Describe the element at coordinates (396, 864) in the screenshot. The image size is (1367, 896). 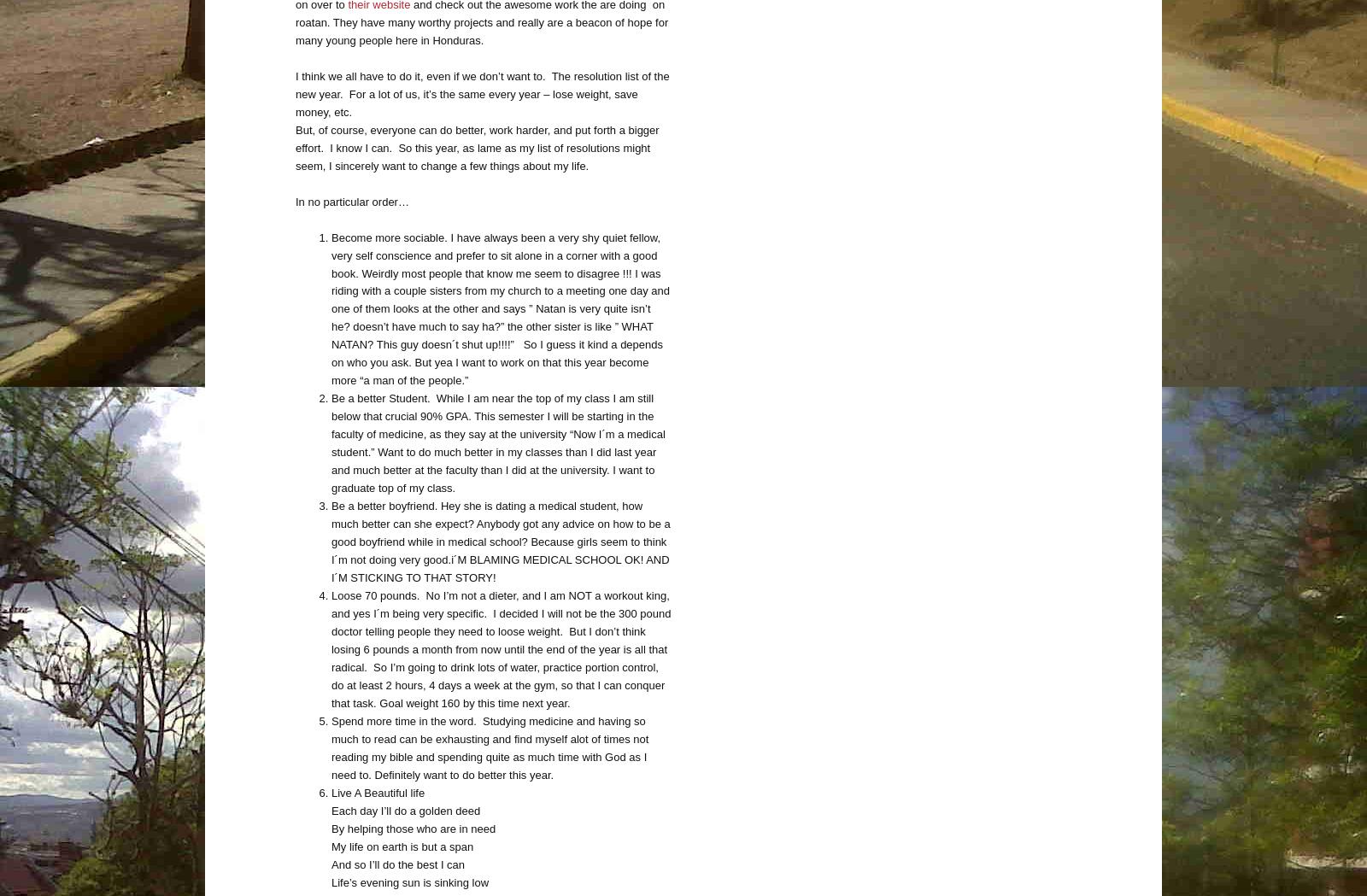
I see `'And so I’ll do the best I can'` at that location.